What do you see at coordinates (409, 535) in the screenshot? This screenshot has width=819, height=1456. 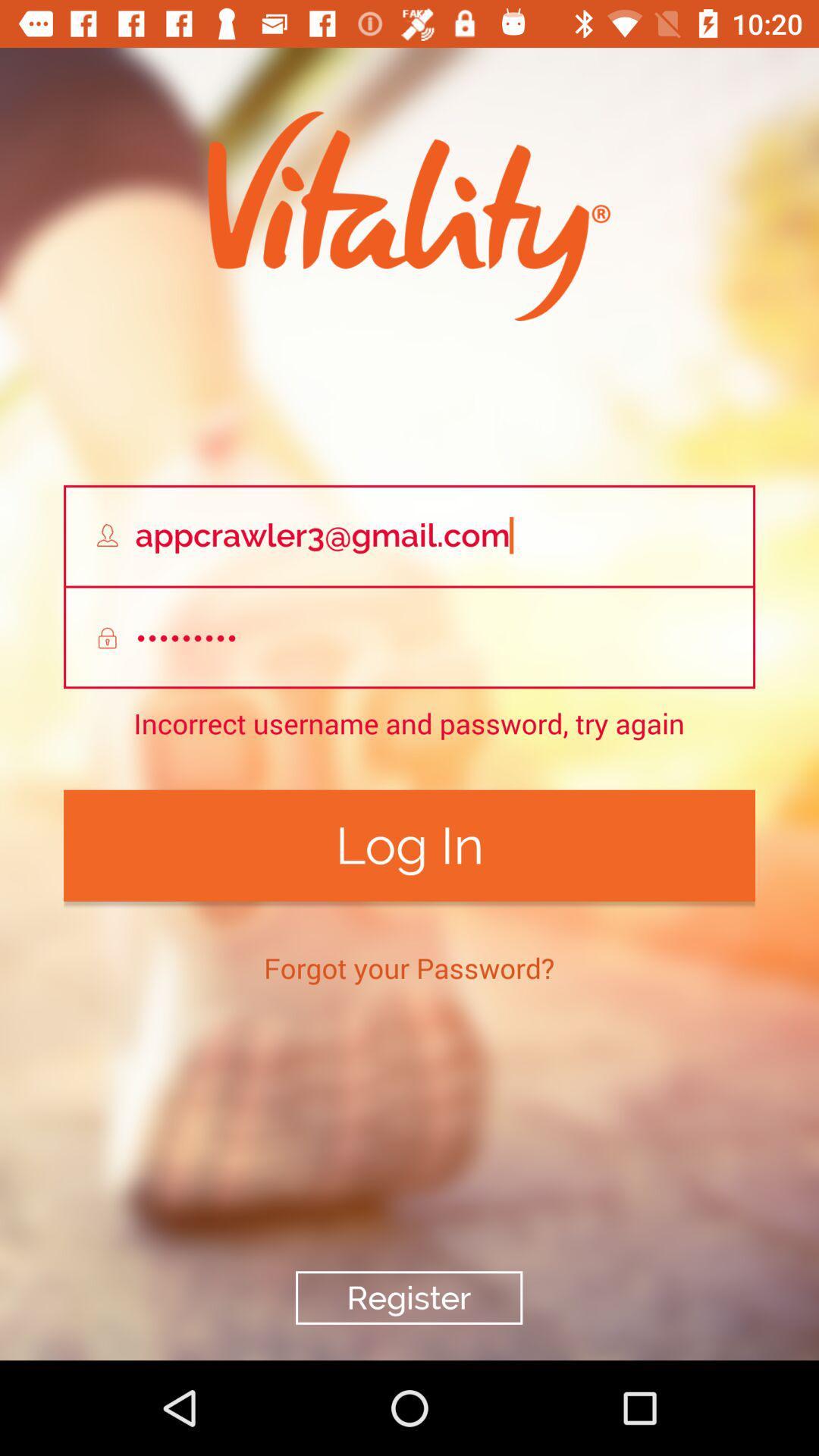 I see `the appcrawler3@gmail.com item` at bounding box center [409, 535].